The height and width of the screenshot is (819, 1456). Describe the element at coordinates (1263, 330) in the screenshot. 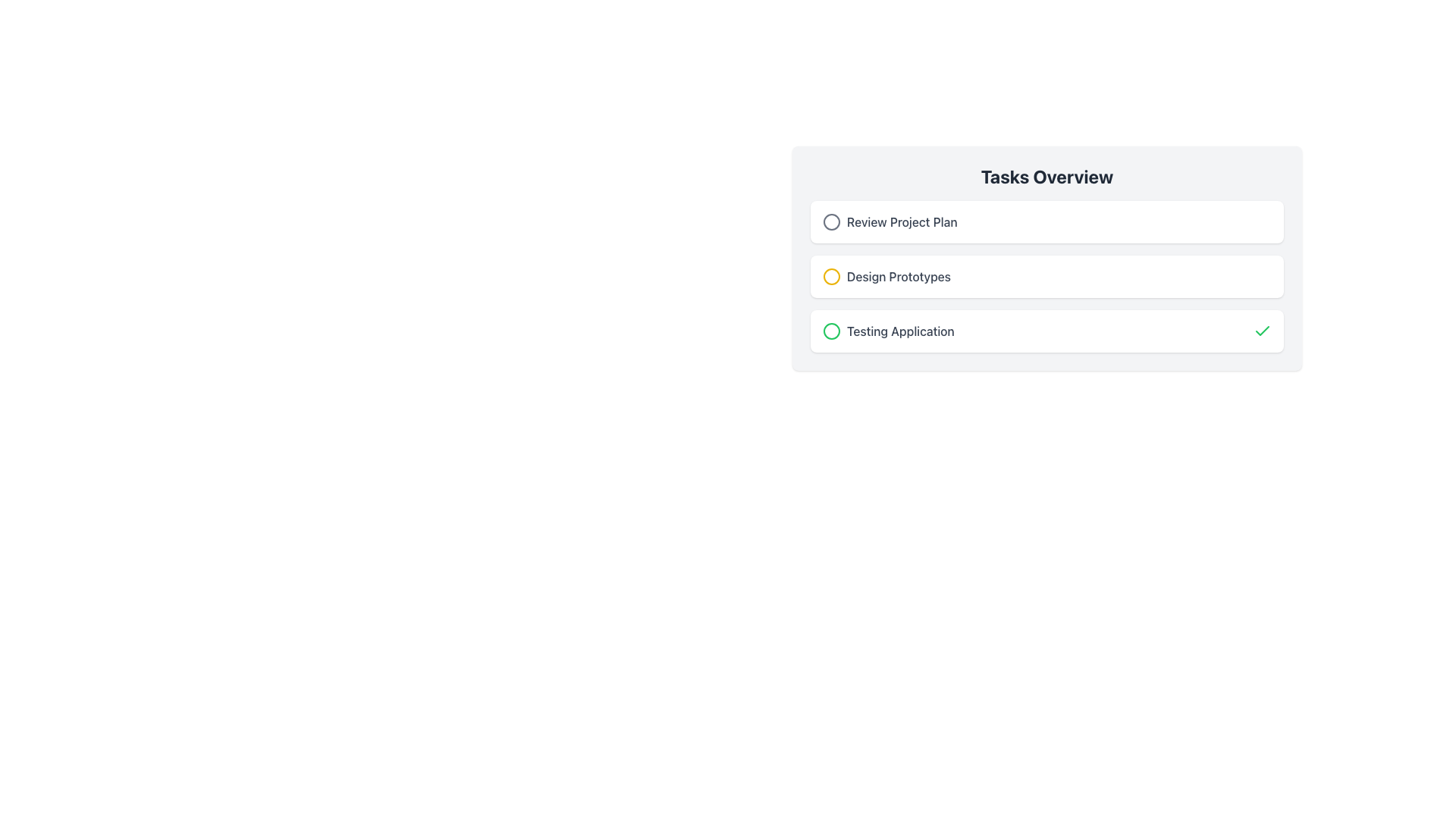

I see `the status by interacting with the confirmation icon located at the bottom right corner of the 'Testing Application' card, which indicates a completed task` at that location.